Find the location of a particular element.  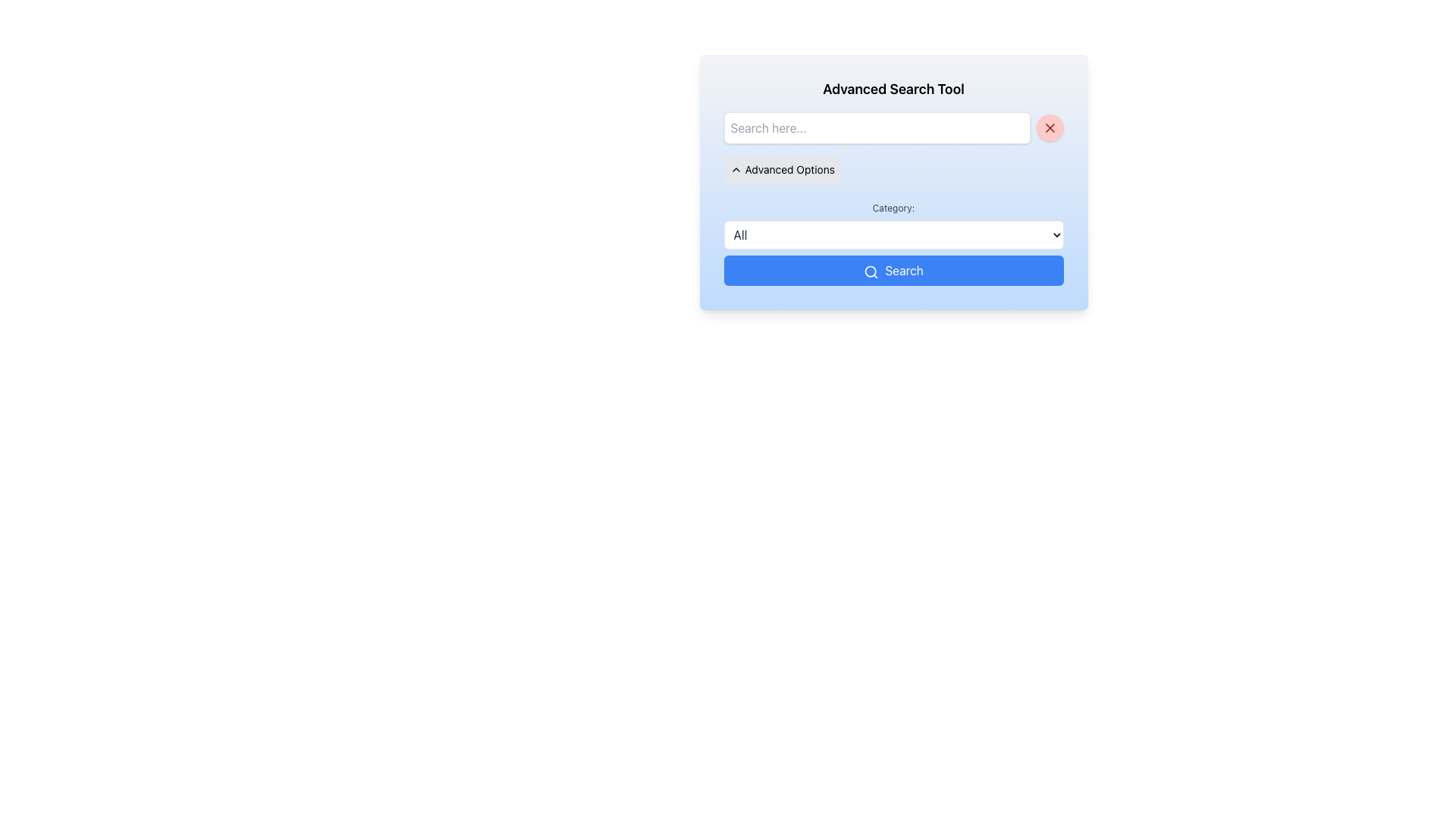

the static text label that describes the dropdown menu for category selection, positioned above the 'All' dropdown and below the 'Advanced Options' toggle is located at coordinates (893, 208).